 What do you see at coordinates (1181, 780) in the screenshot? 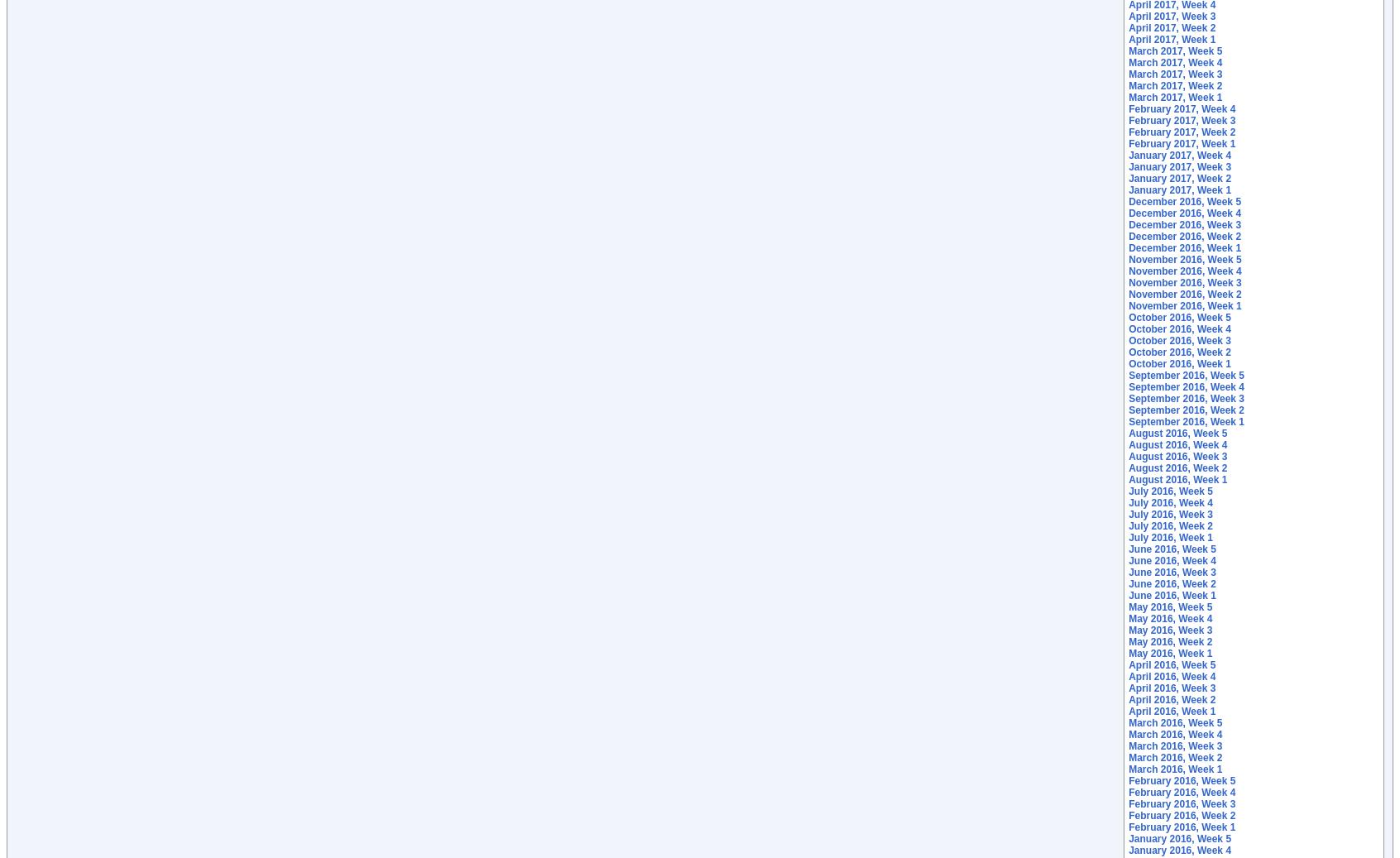
I see `'February 2016, Week 5'` at bounding box center [1181, 780].